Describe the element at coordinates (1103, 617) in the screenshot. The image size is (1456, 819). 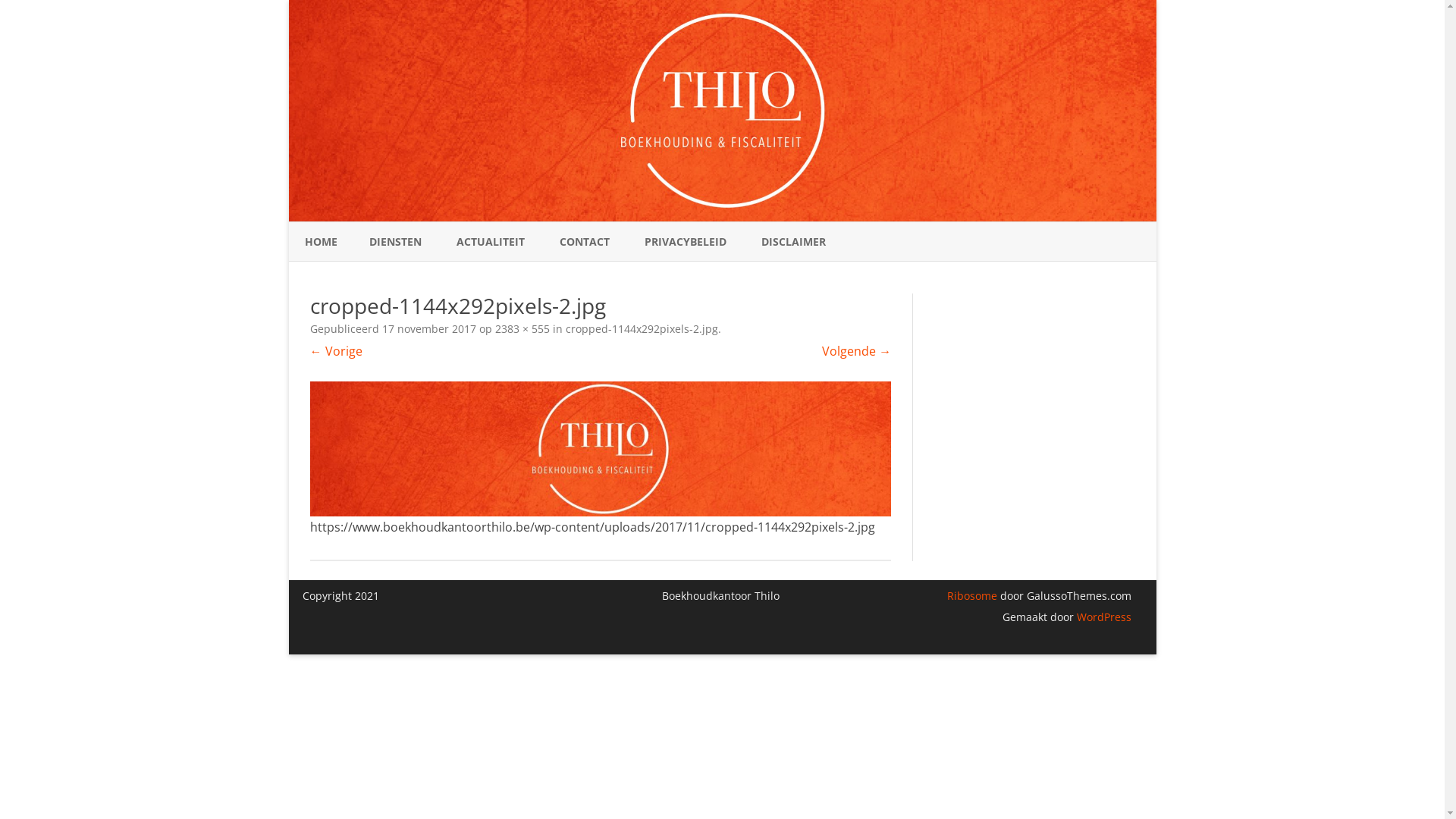
I see `'WordPress'` at that location.